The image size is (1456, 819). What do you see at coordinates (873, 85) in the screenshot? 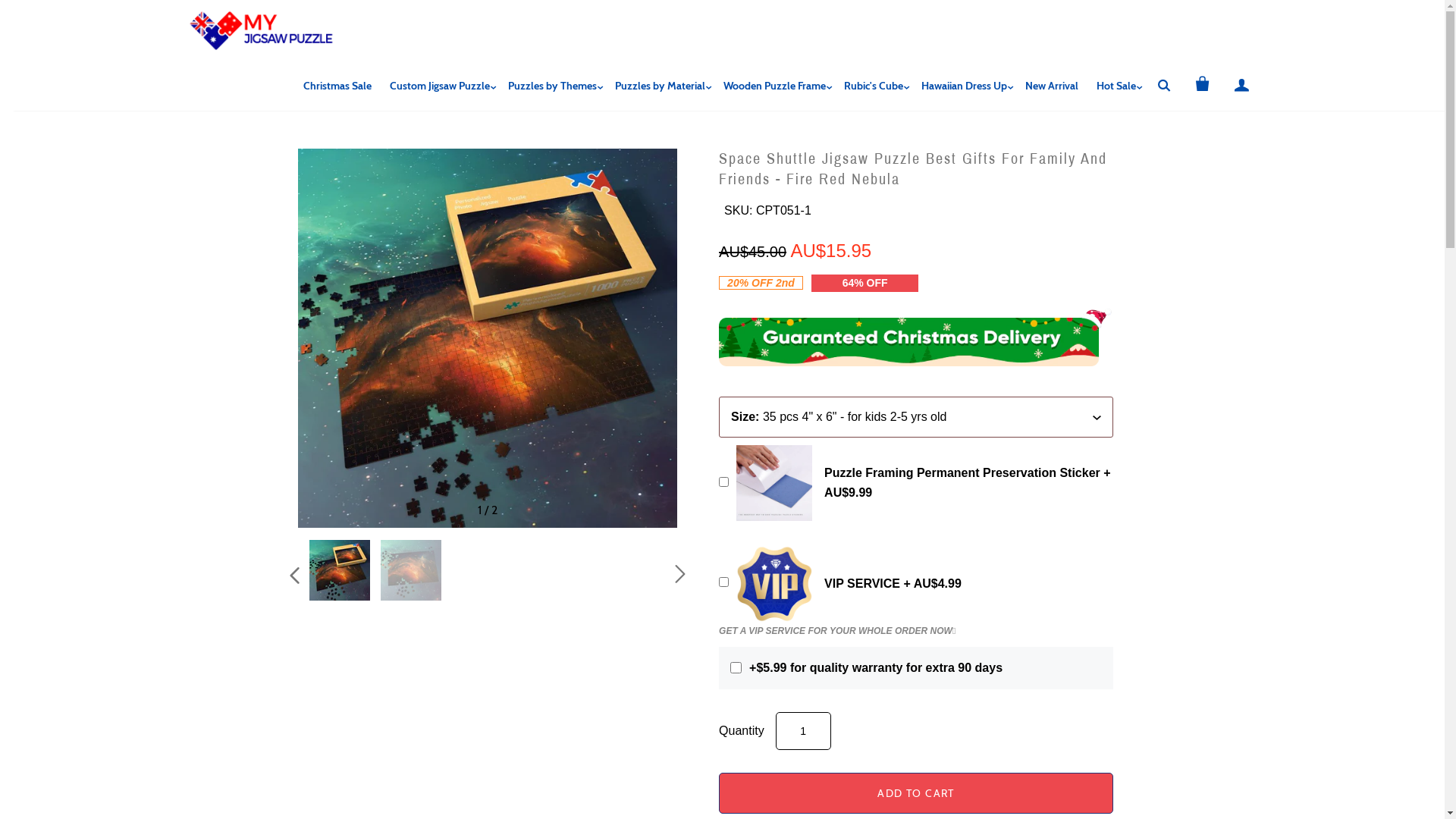
I see `'Rubic's Cube'` at bounding box center [873, 85].